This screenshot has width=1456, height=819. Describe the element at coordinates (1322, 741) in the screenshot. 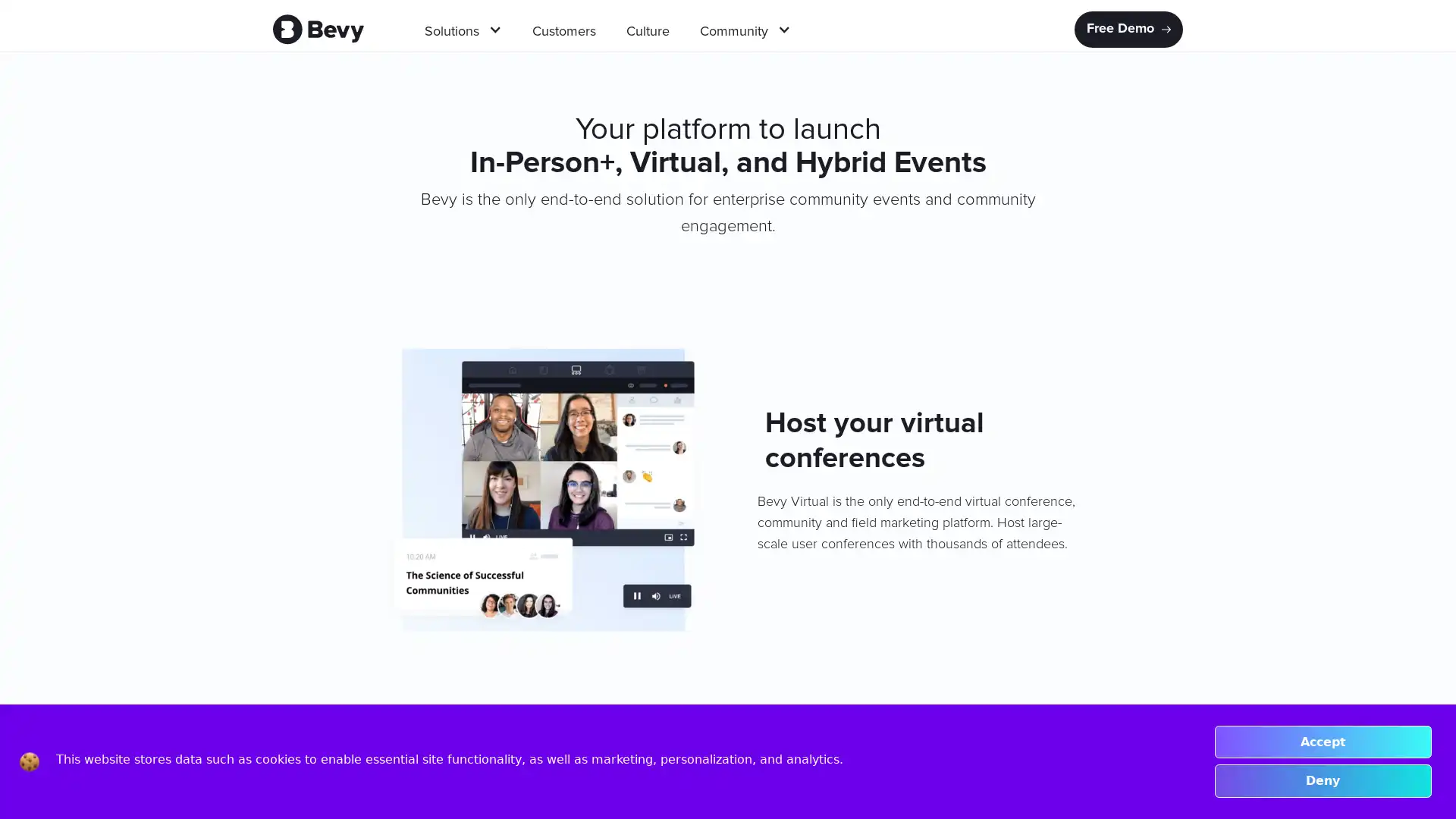

I see `Accept` at that location.